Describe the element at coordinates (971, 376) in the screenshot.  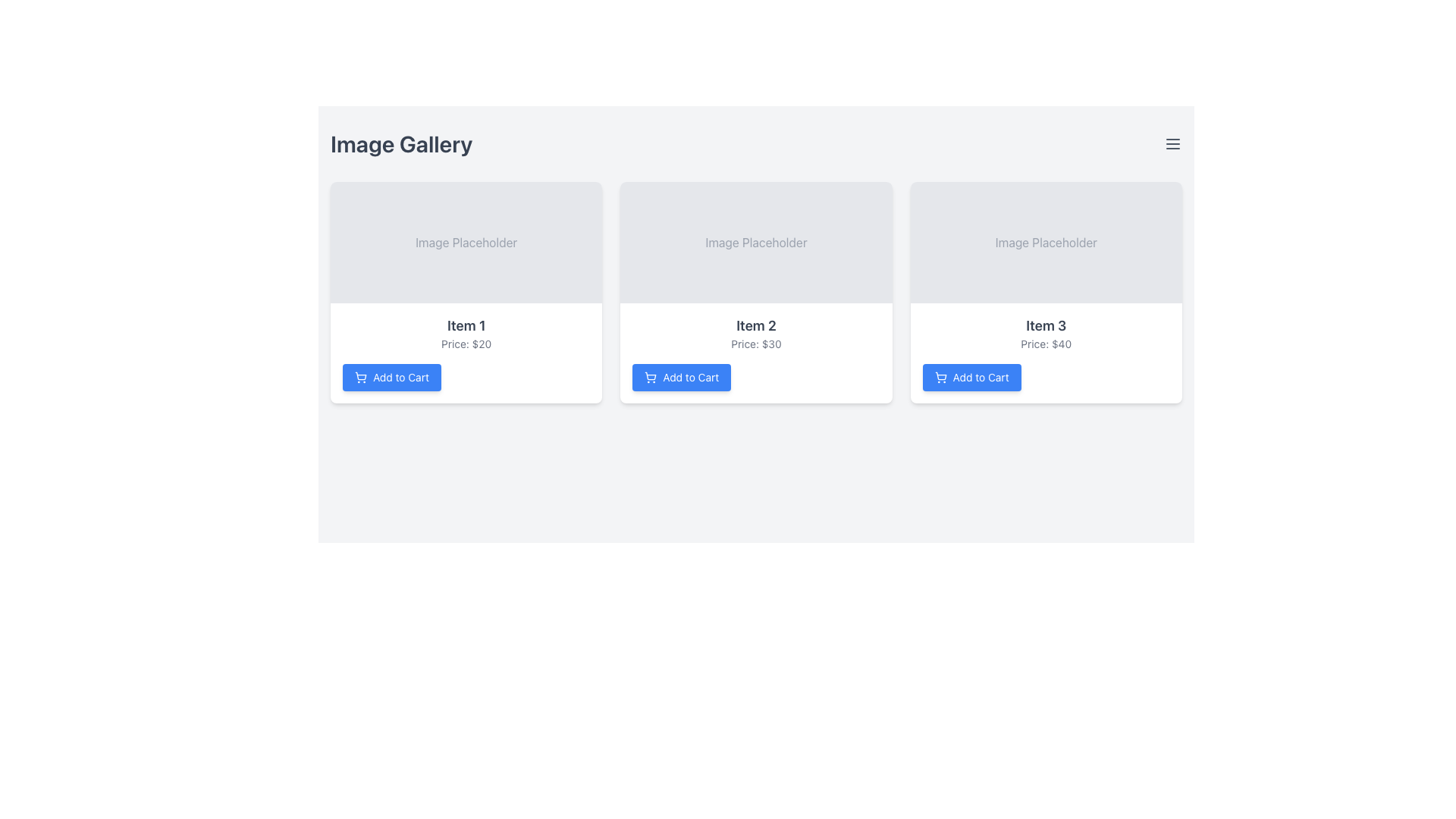
I see `the 'Add to Cart' button with a blue background and white text located below the price of '$40' for 'Item 3'` at that location.